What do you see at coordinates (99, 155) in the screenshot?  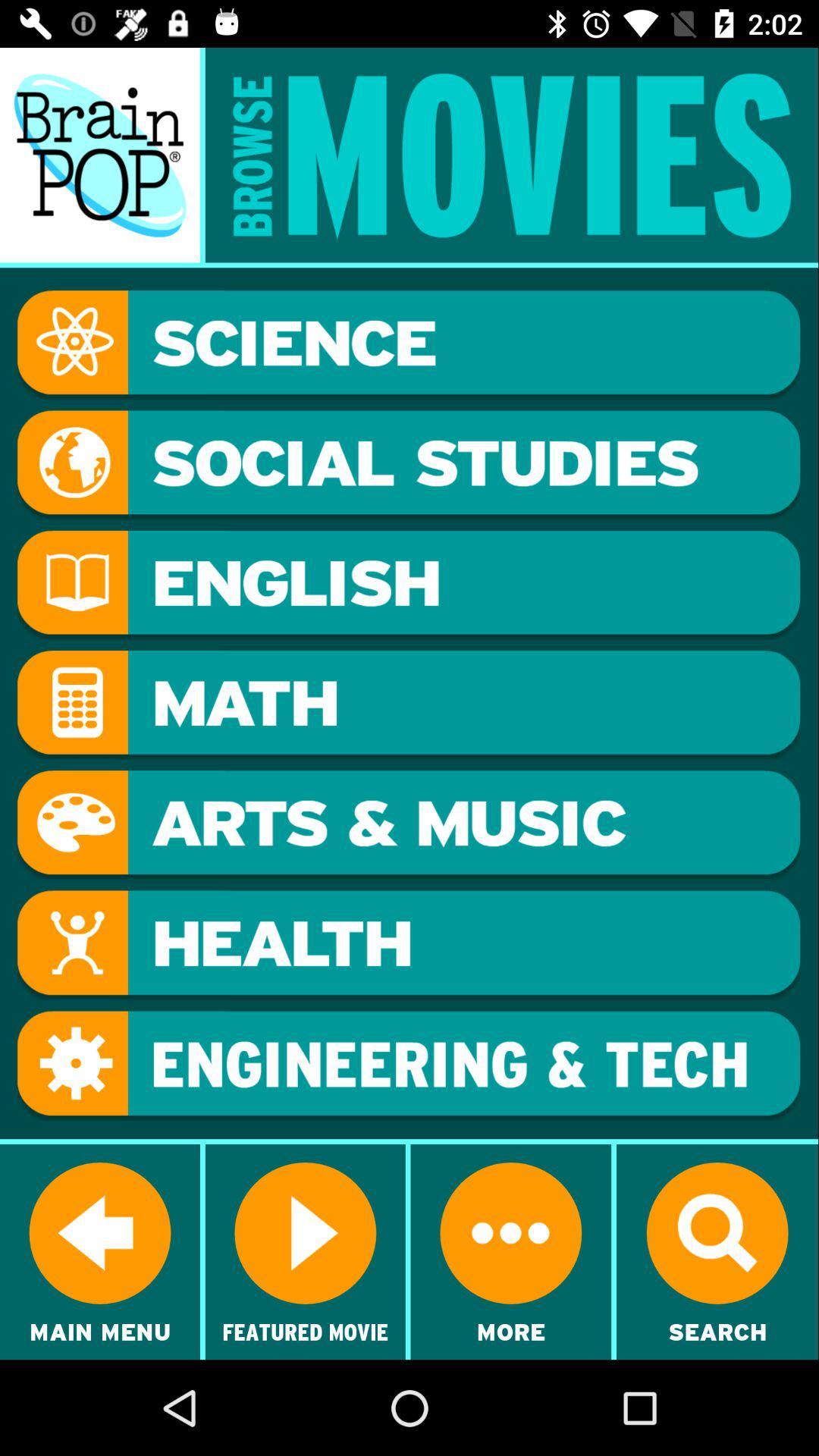 I see `main menu` at bounding box center [99, 155].